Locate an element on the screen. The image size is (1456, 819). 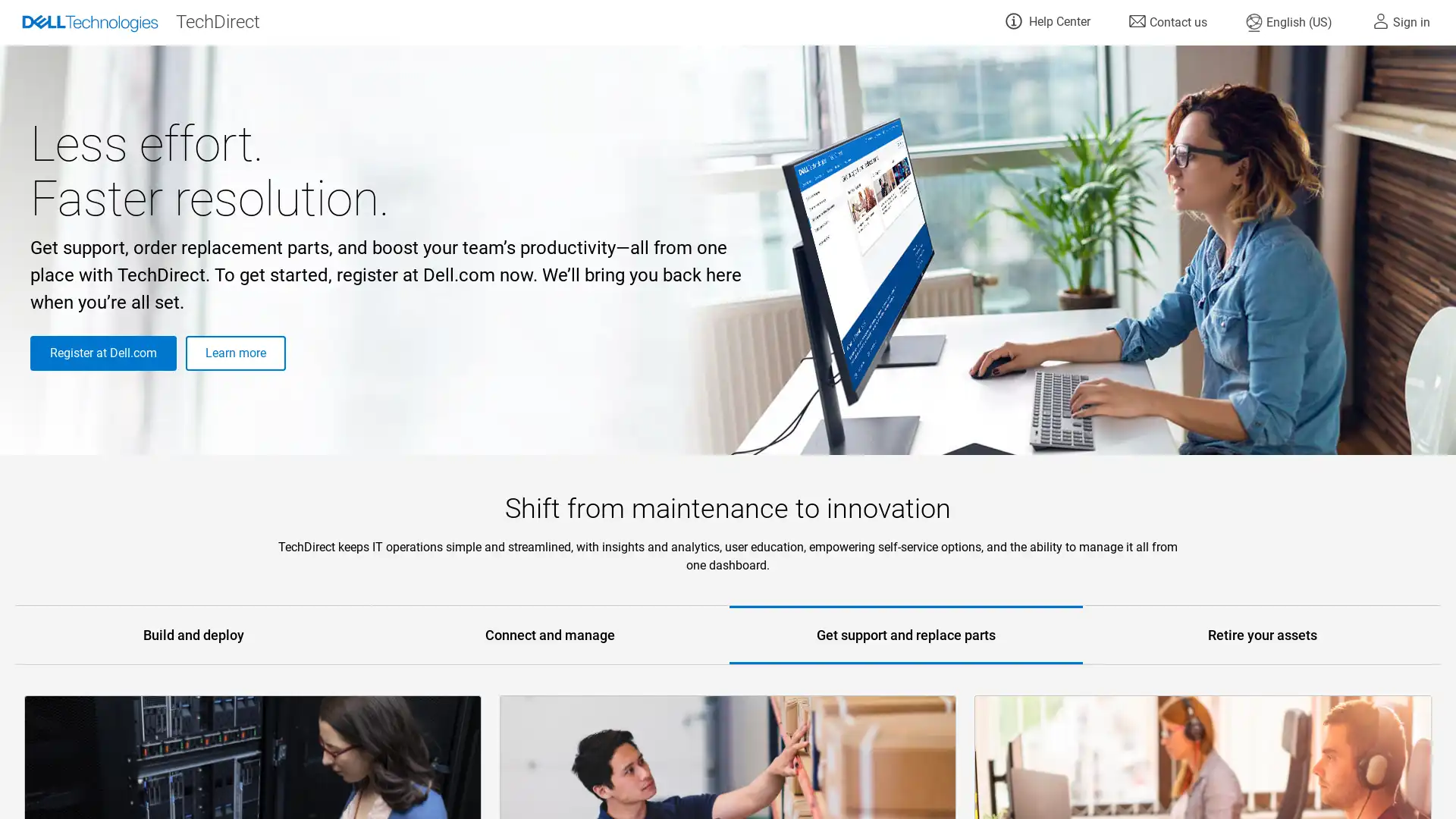
Learn more is located at coordinates (235, 353).